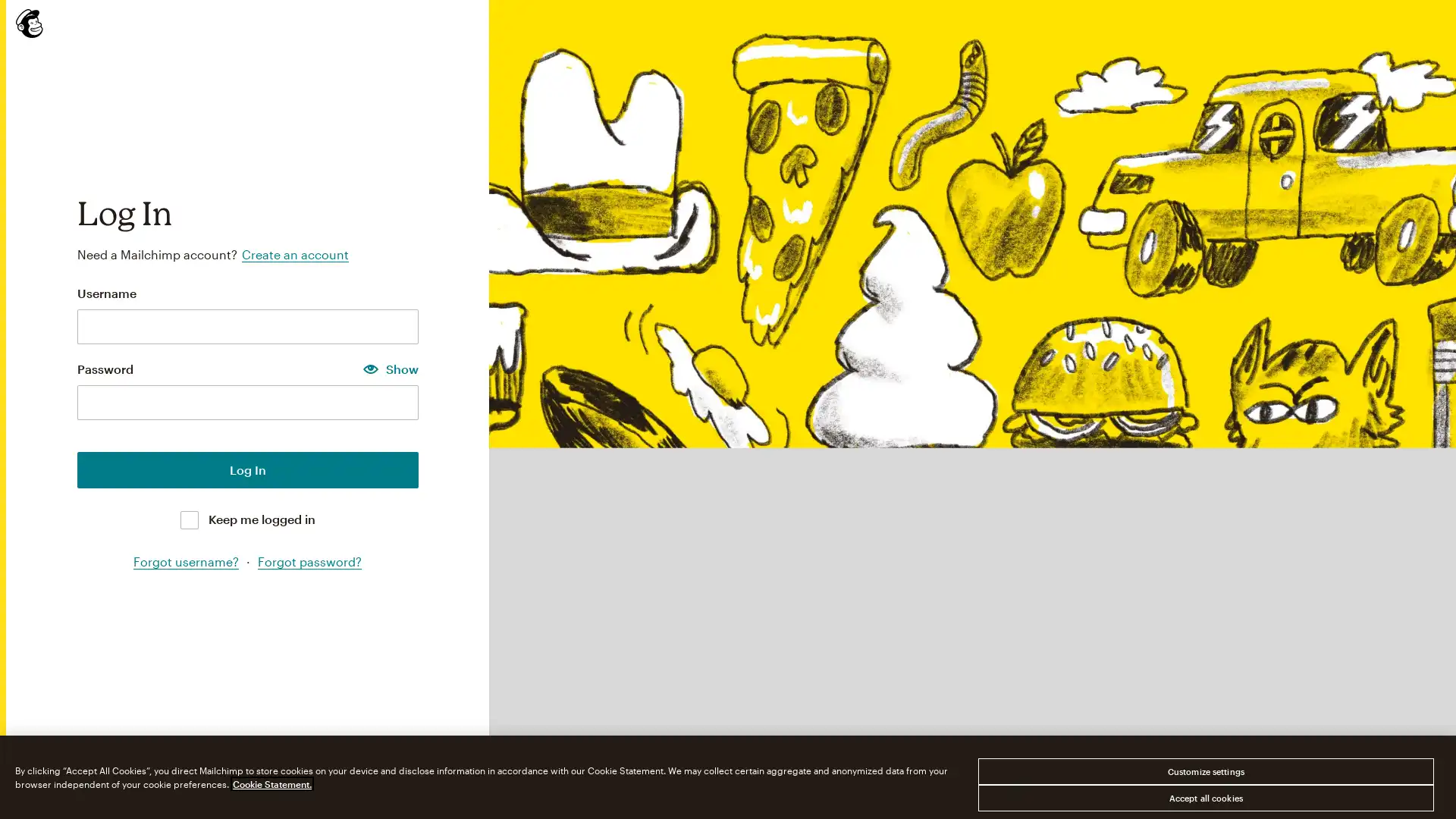  I want to click on Accept all cookies, so click(1204, 797).